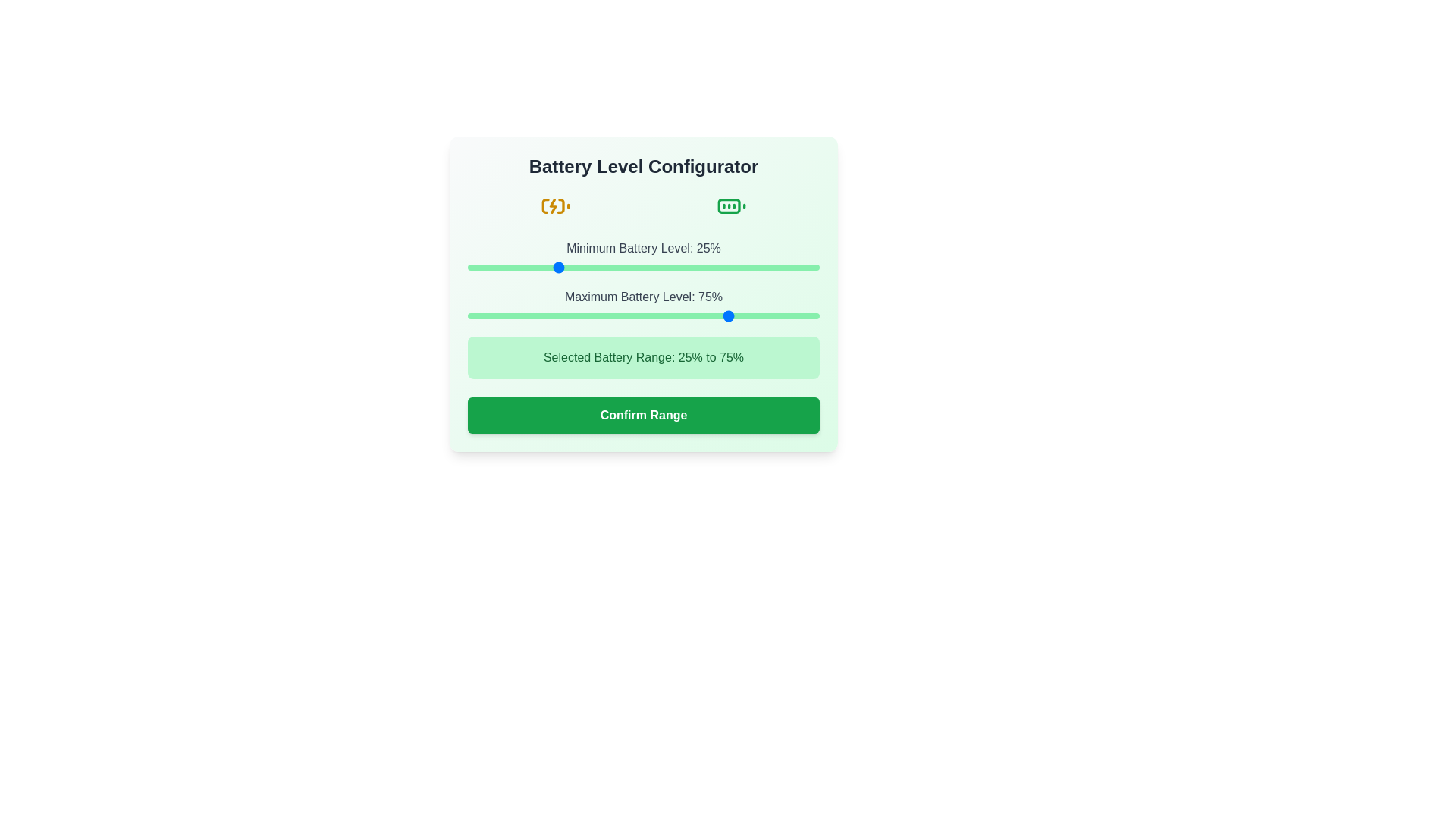  I want to click on the maximum battery level, so click(545, 315).